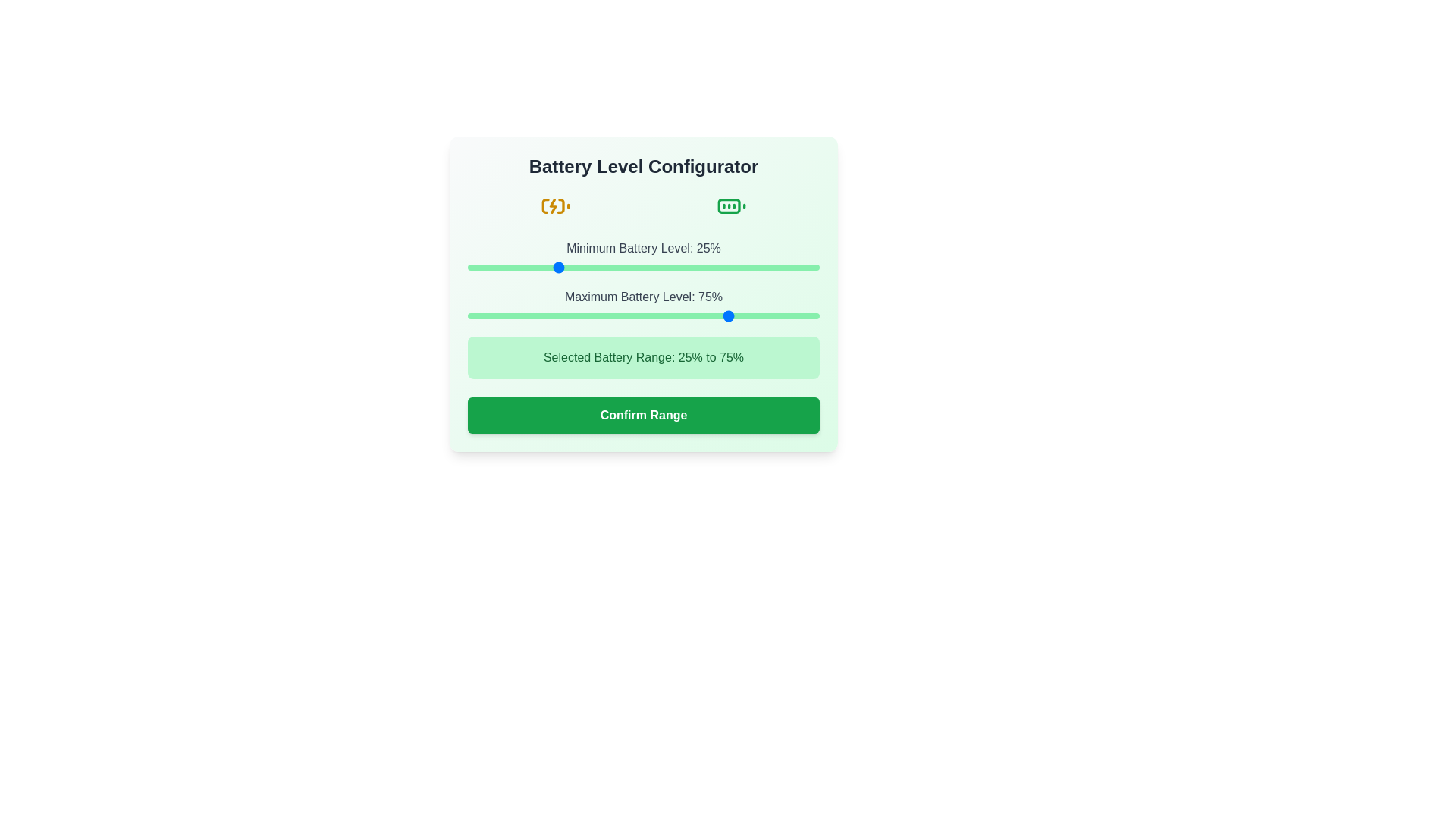  I want to click on the maximum battery level, so click(545, 315).